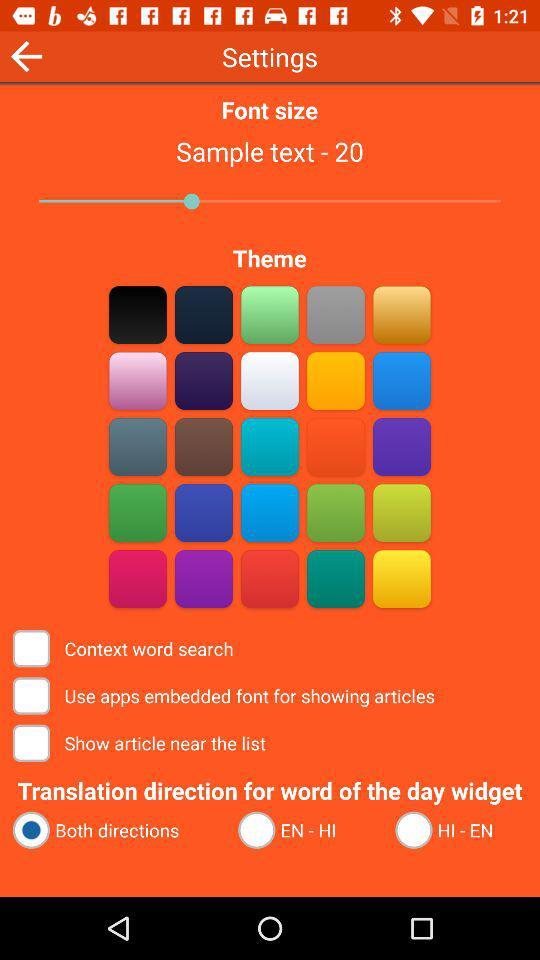 Image resolution: width=540 pixels, height=960 pixels. I want to click on medium green, so click(335, 512).